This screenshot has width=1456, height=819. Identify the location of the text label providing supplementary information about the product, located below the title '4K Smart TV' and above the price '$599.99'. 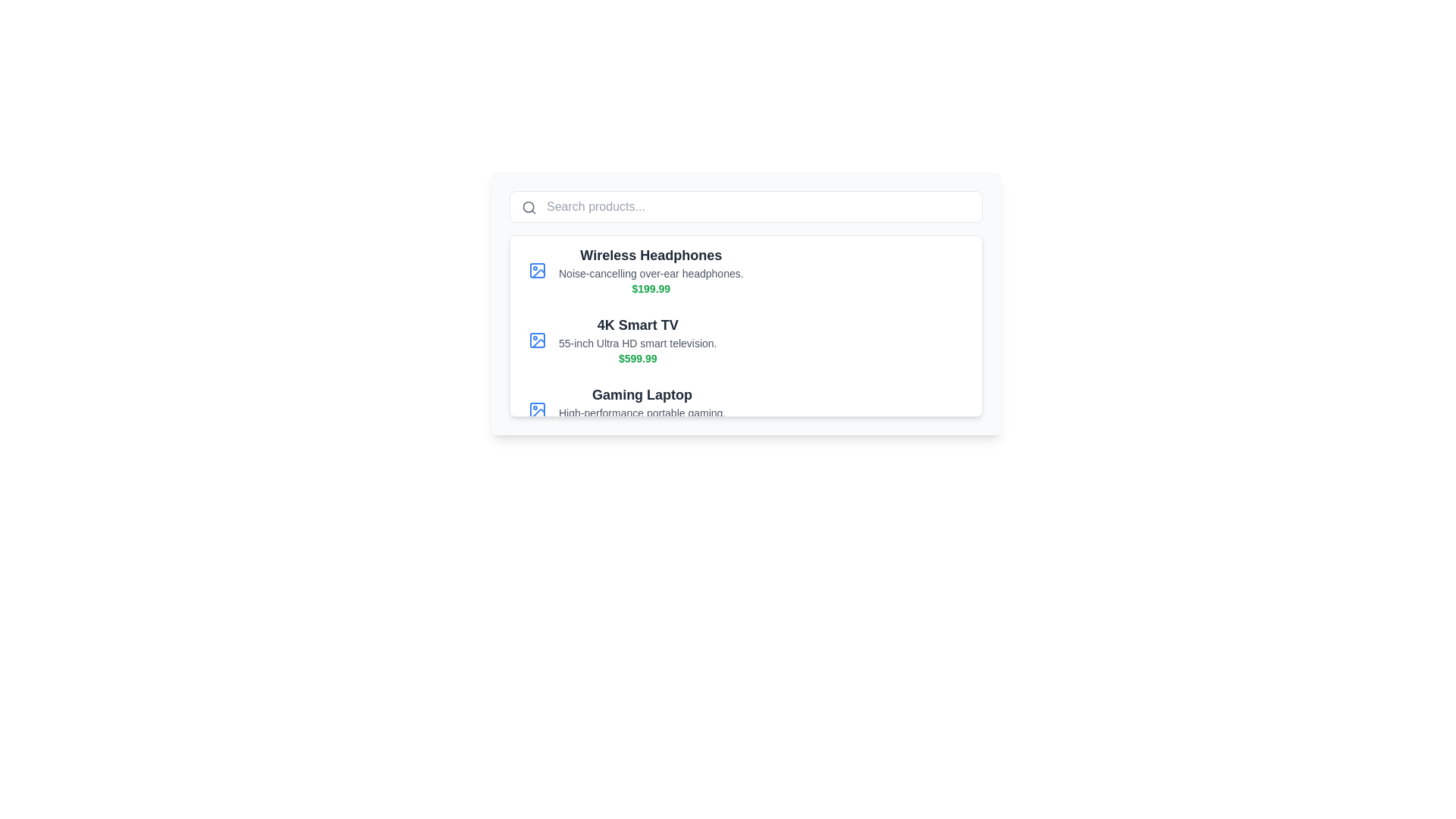
(638, 343).